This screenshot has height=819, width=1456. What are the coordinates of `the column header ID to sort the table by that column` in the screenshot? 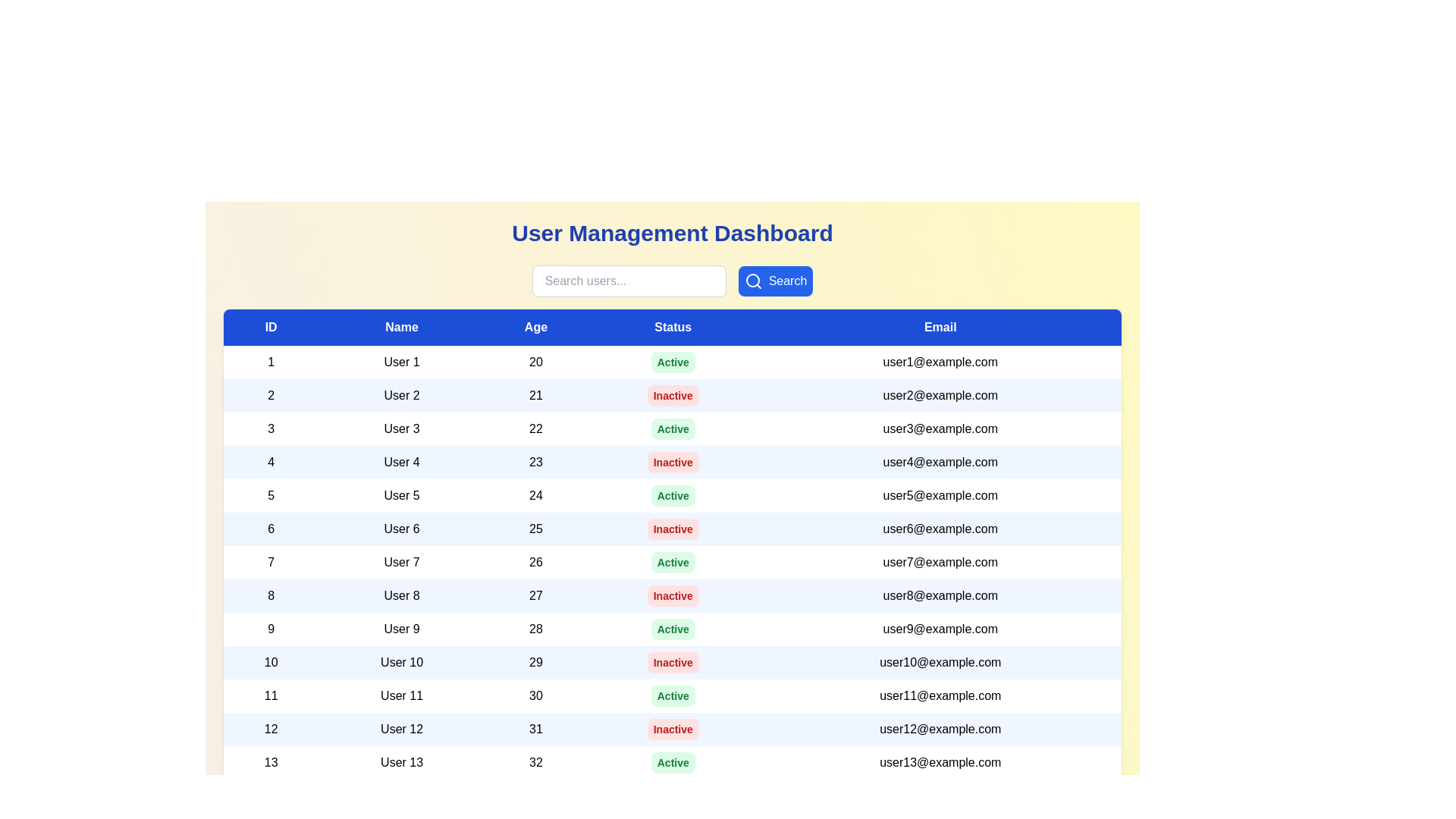 It's located at (271, 327).